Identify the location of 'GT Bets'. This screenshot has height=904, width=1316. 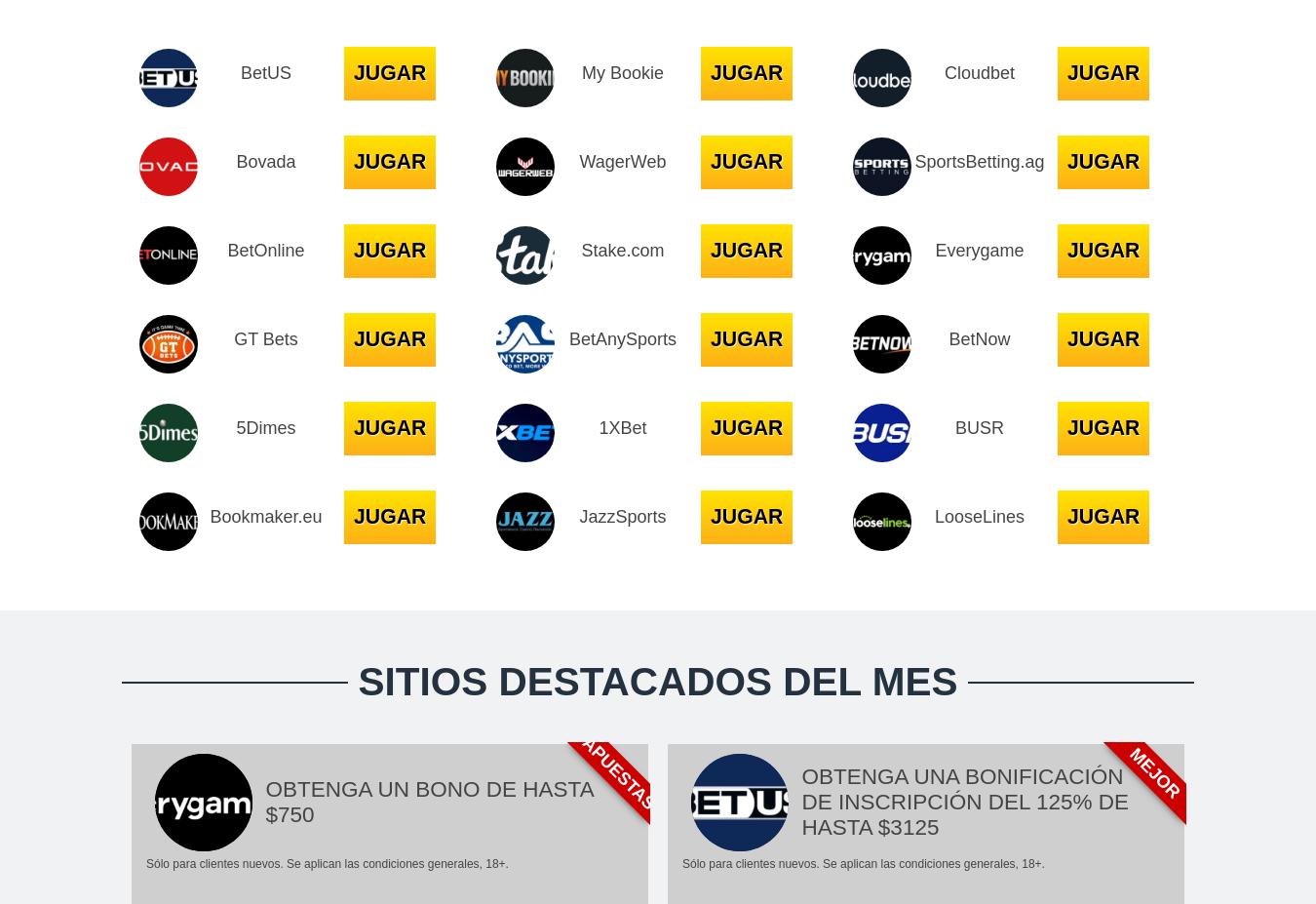
(264, 336).